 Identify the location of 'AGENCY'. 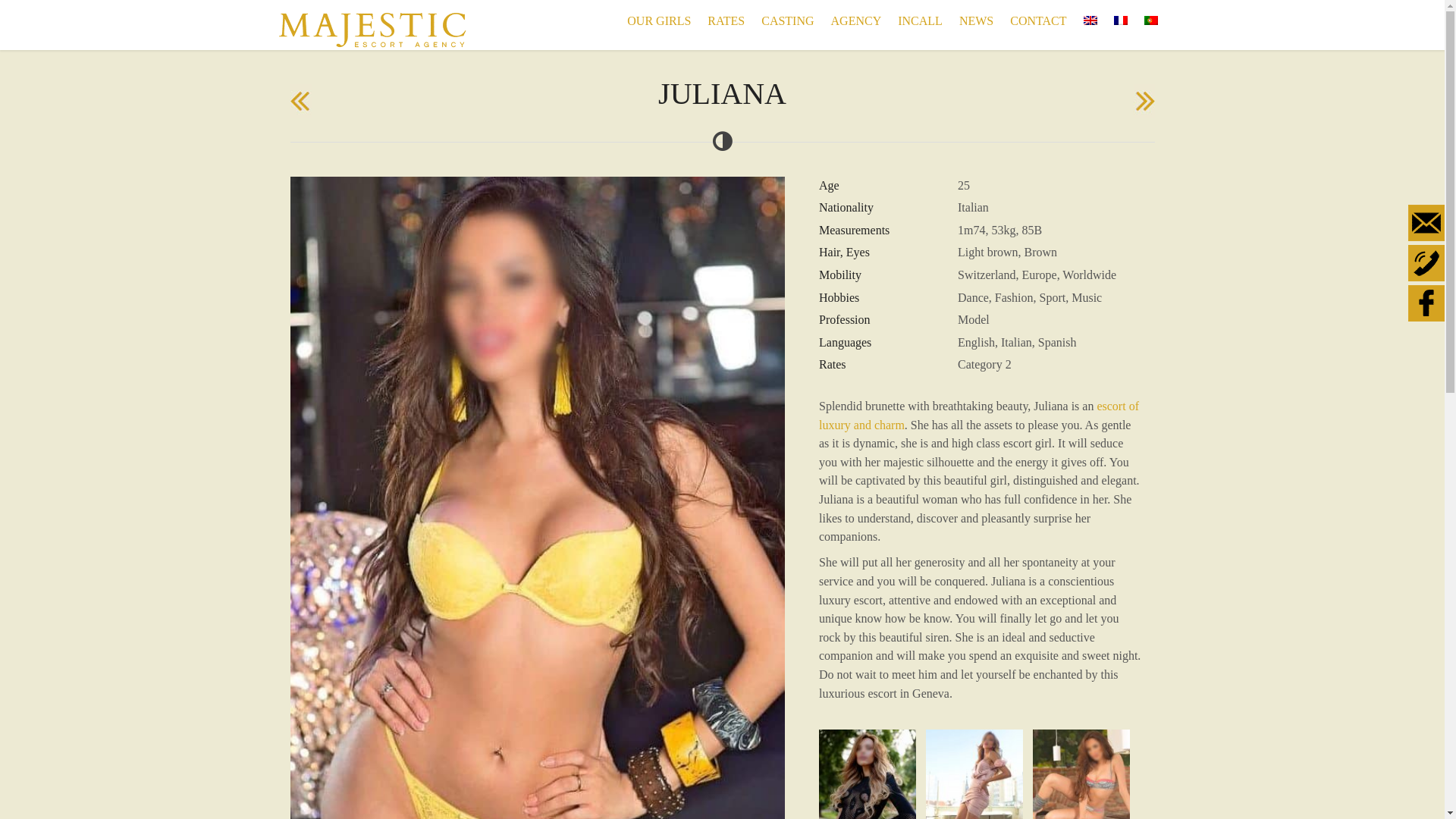
(856, 20).